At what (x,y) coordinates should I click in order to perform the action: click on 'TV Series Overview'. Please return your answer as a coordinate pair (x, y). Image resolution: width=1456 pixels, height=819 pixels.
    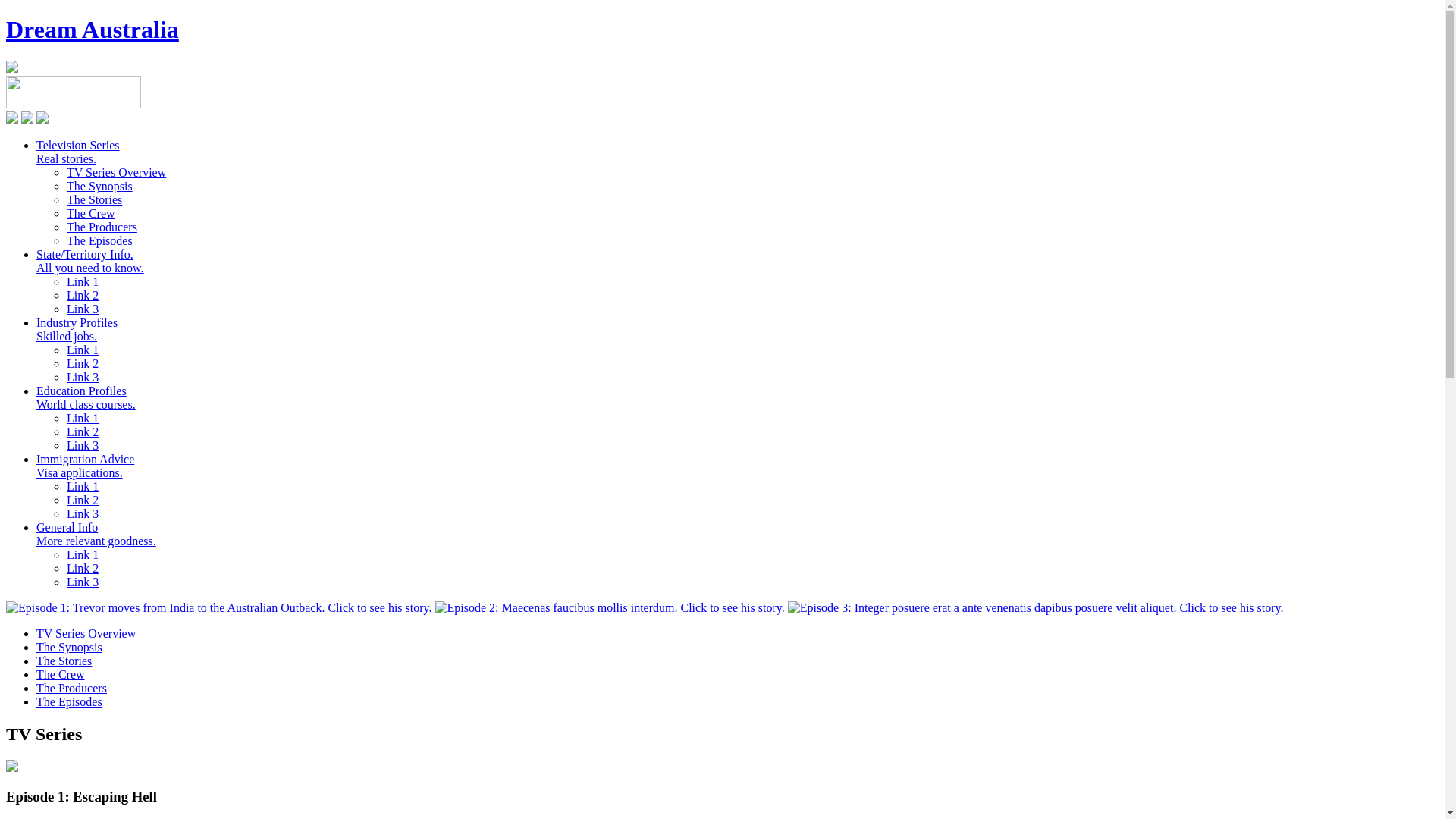
    Looking at the image, I should click on (85, 633).